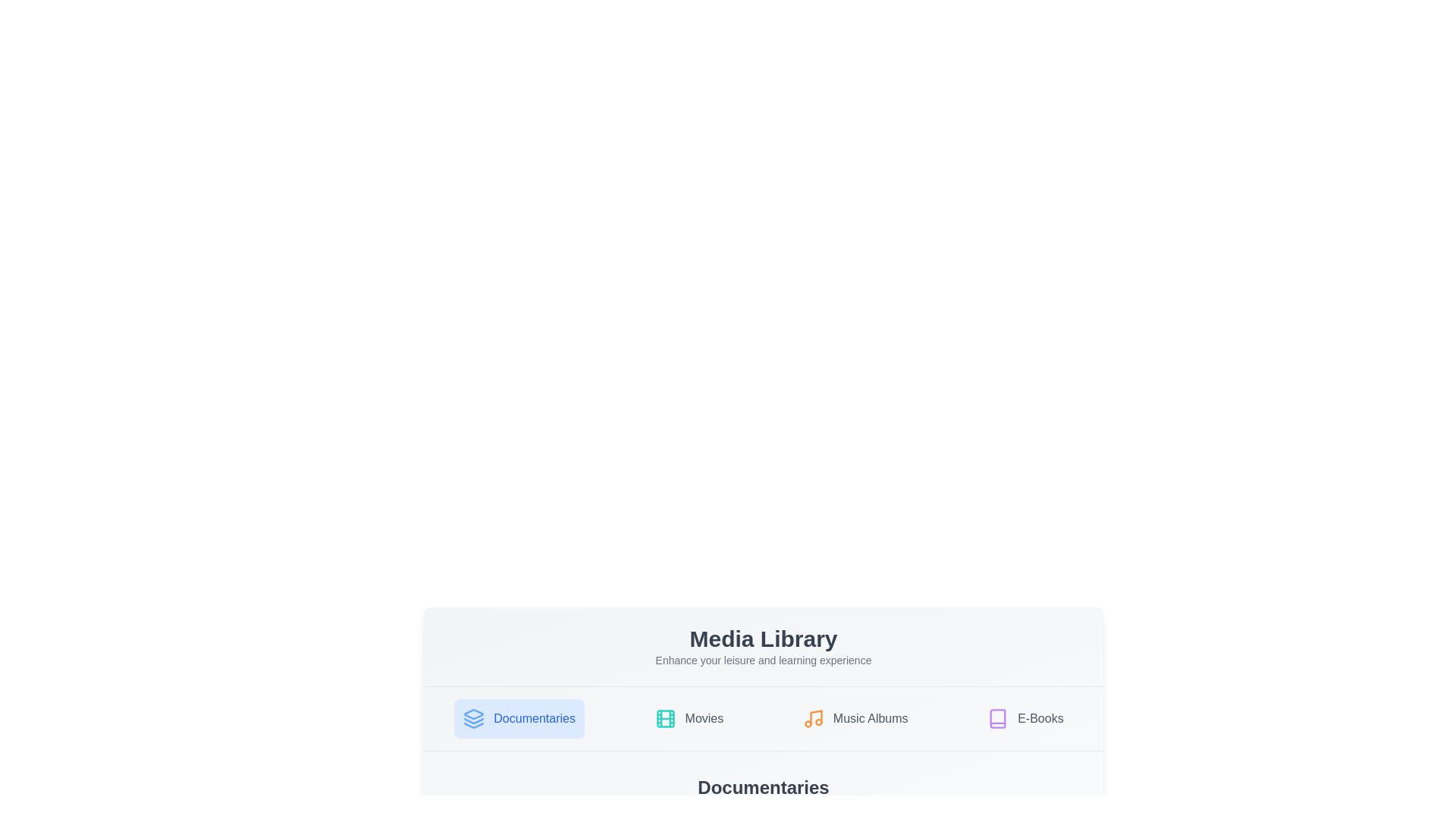 The image size is (1456, 819). I want to click on the tab corresponding to Movies to observe its visual feedback, so click(688, 718).